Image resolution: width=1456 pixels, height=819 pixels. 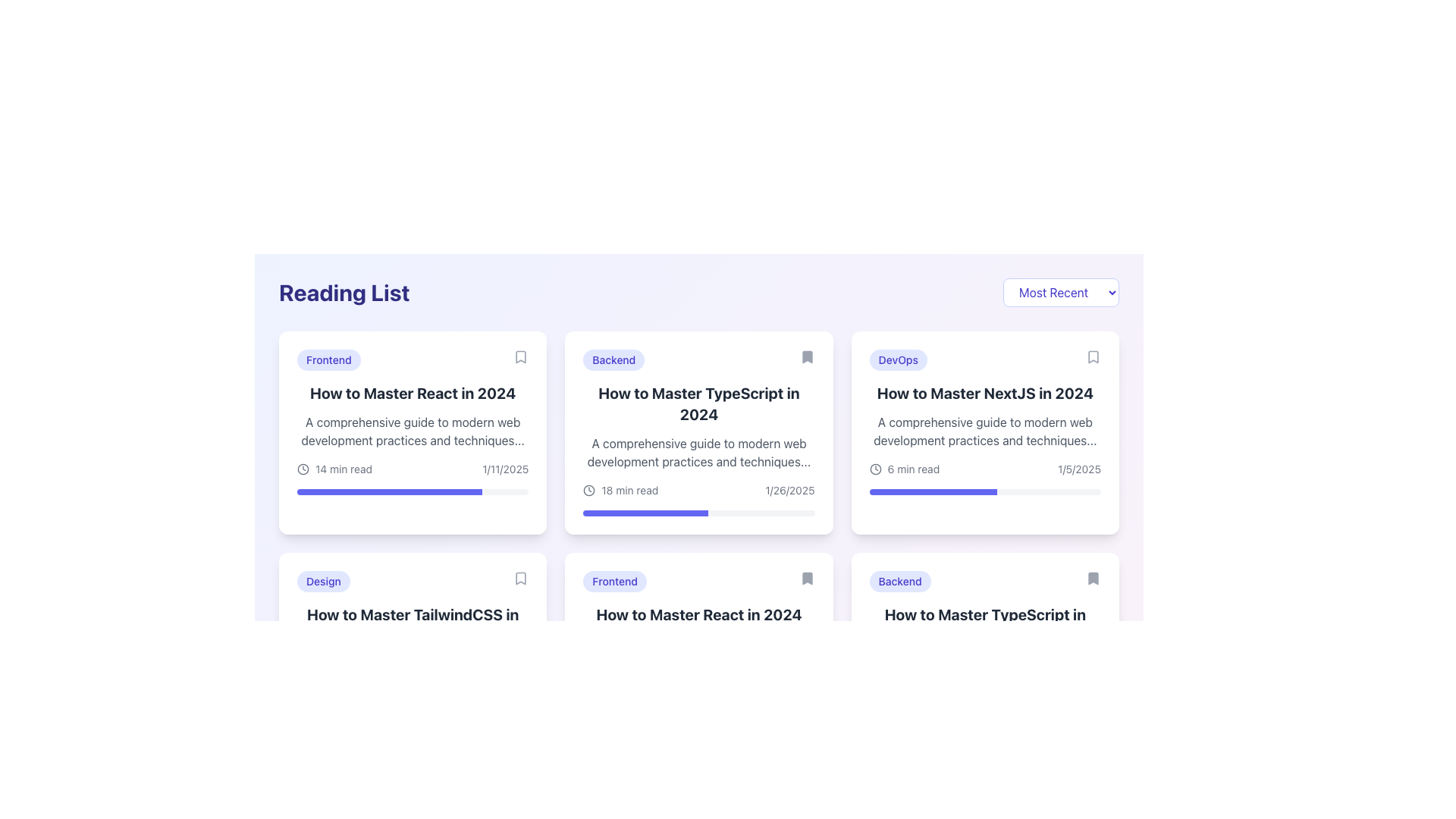 I want to click on the bookmark icon button located in the top-right corner of the 'Frontend' card, adjacent to the heading 'How to Master React in 2024', so click(x=521, y=356).